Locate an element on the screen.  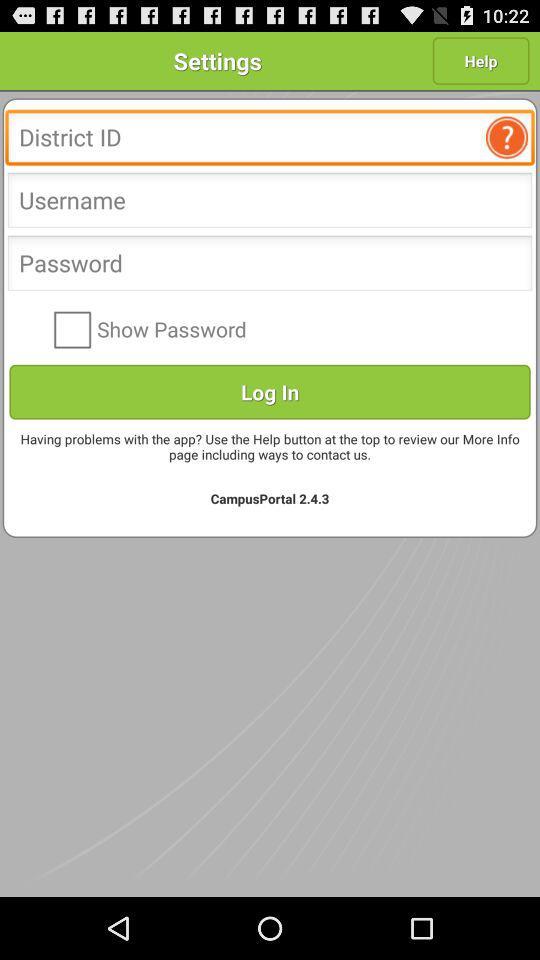
the campusportal 2 4 app is located at coordinates (270, 497).